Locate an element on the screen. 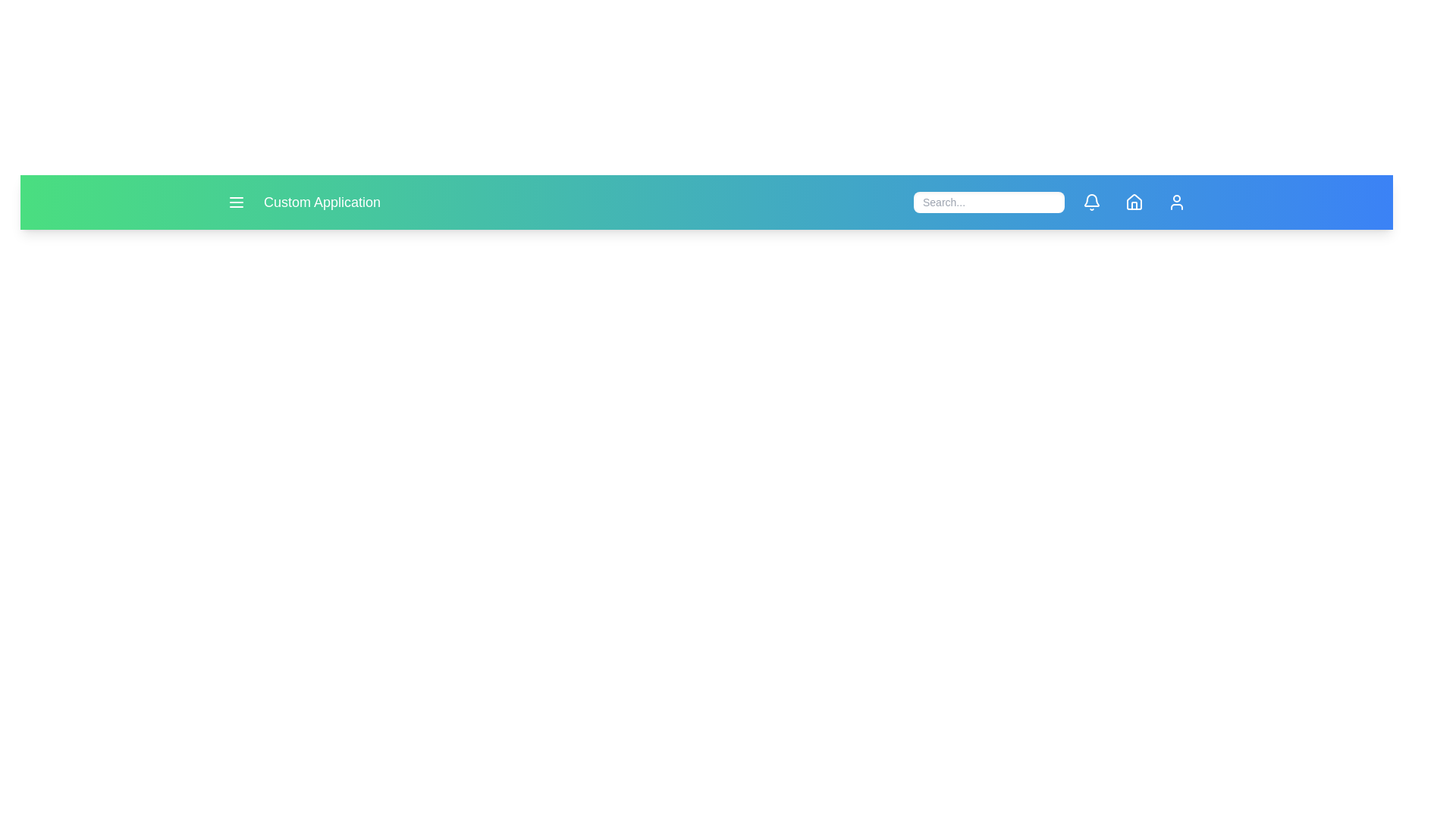 The image size is (1456, 819). the button labeled Home is located at coordinates (1134, 201).